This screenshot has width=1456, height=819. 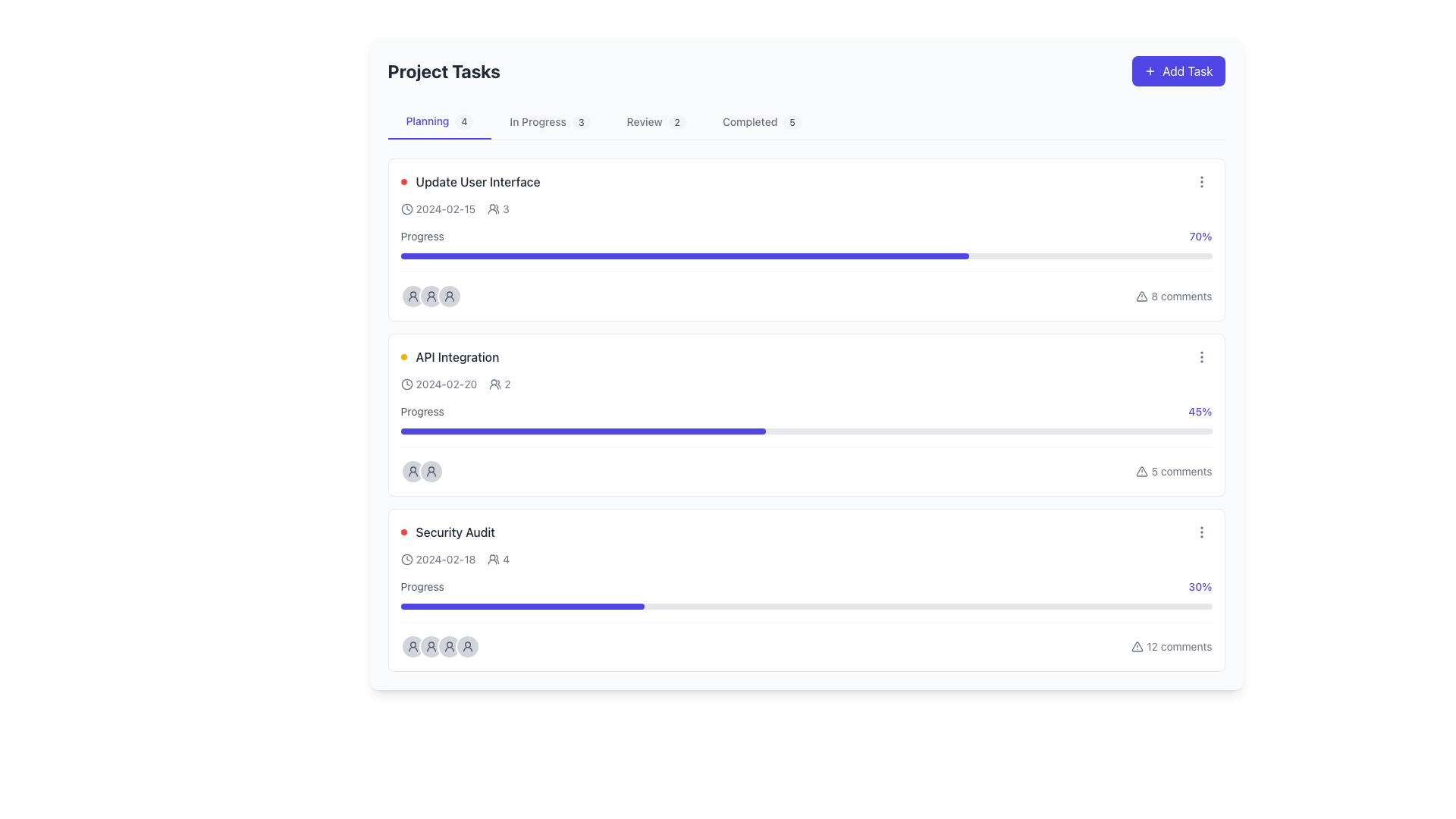 I want to click on assignments by clicking on the overlapping circular avatars representing user profile indicators for the 'API Integration' task located at the bottom-left corner of the task details, so click(x=422, y=470).